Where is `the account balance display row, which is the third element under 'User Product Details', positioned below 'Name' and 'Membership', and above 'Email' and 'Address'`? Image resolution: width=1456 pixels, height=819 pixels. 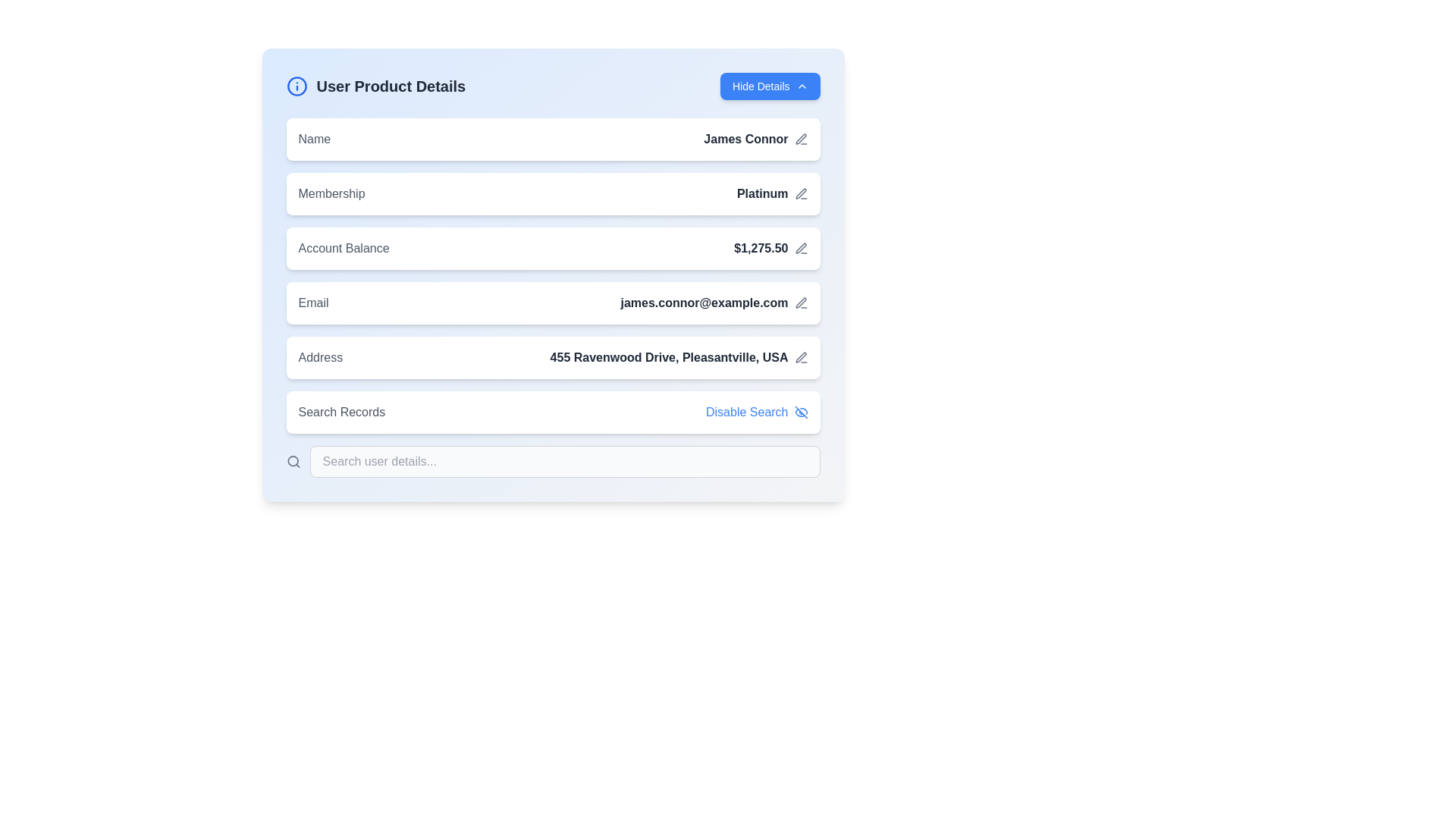 the account balance display row, which is the third element under 'User Product Details', positioned below 'Name' and 'Membership', and above 'Email' and 'Address' is located at coordinates (552, 247).